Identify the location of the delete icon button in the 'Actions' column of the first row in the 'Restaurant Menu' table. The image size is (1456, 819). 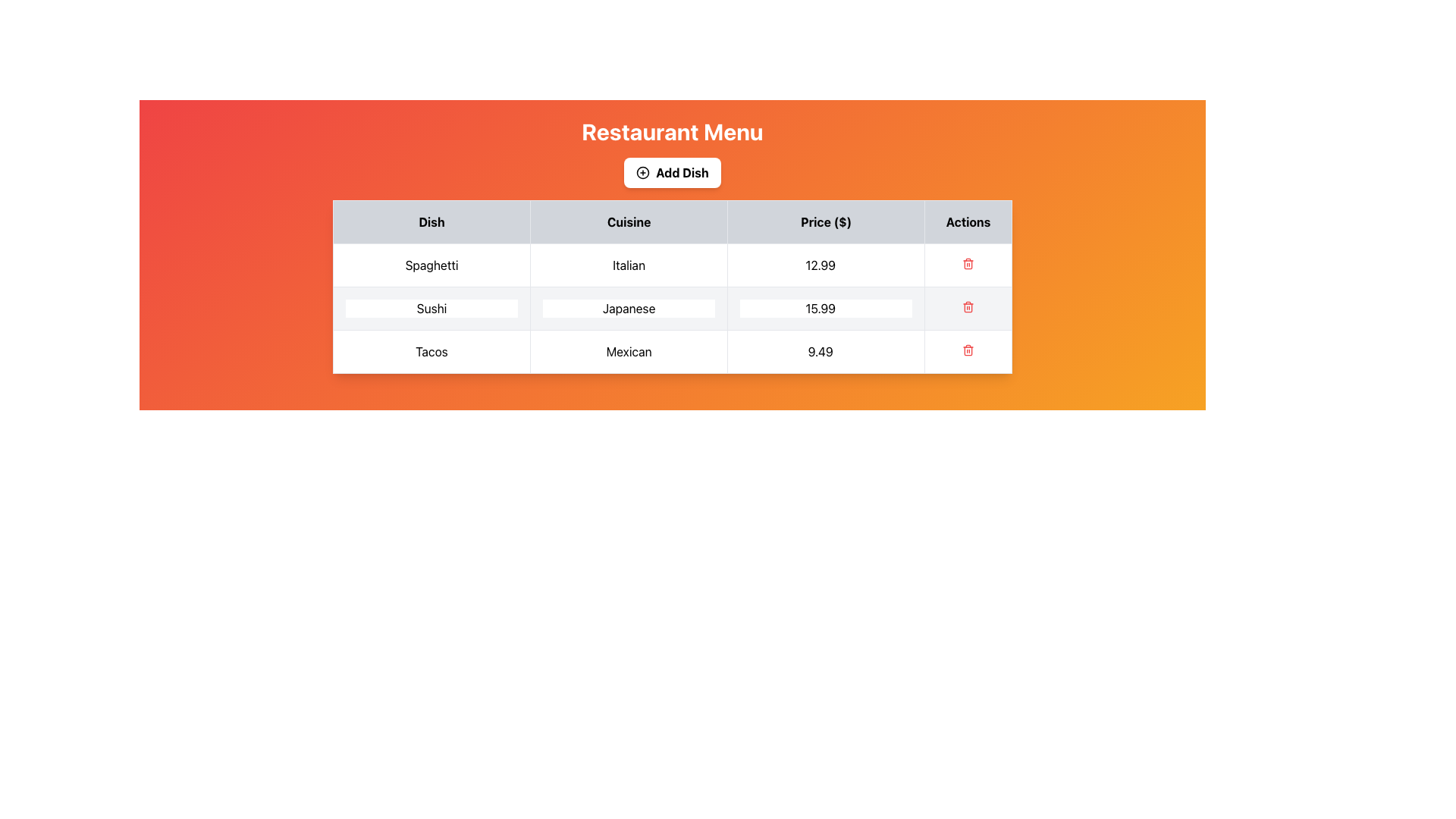
(968, 262).